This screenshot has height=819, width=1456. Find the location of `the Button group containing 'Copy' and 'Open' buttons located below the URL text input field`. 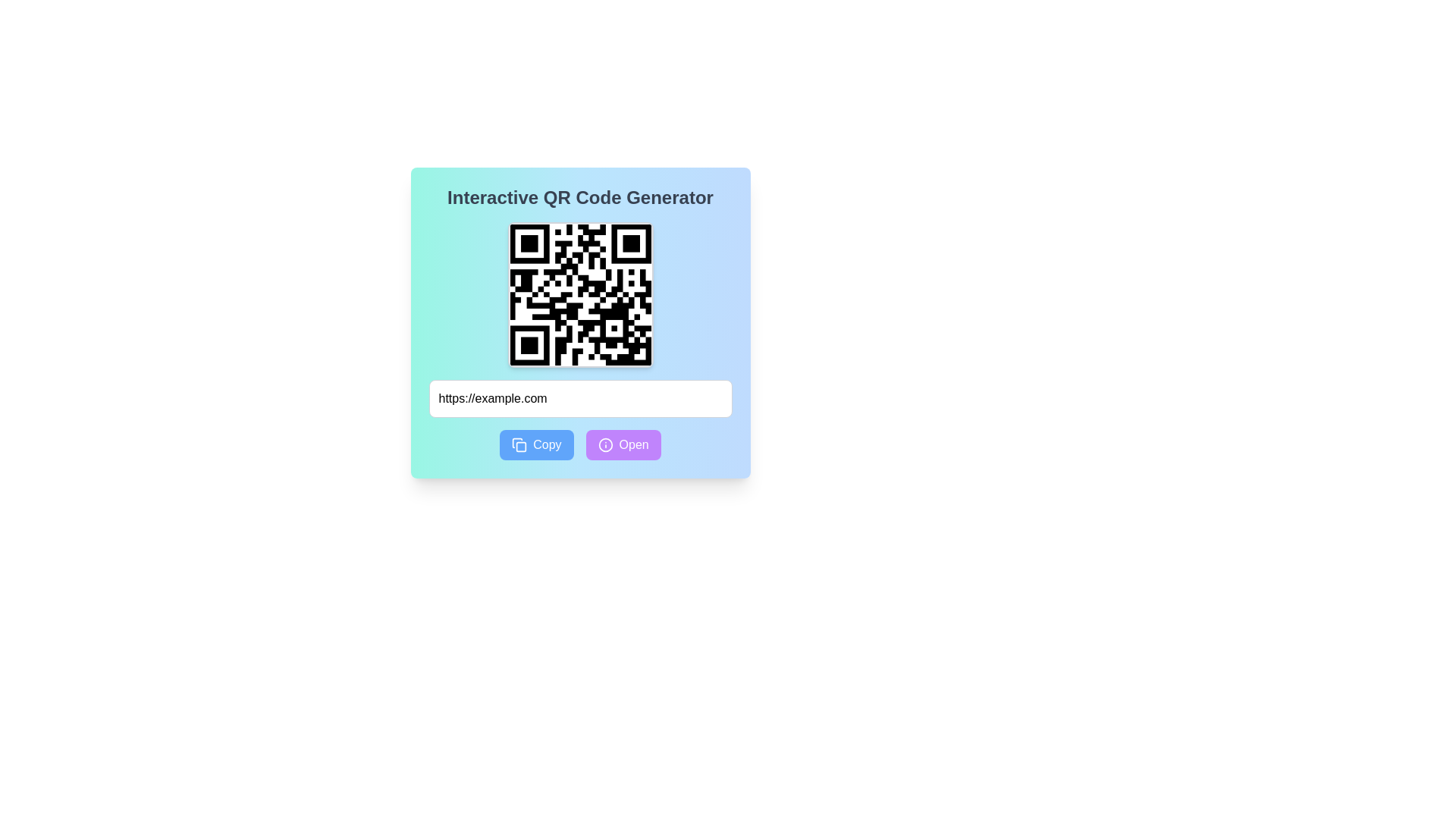

the Button group containing 'Copy' and 'Open' buttons located below the URL text input field is located at coordinates (579, 444).